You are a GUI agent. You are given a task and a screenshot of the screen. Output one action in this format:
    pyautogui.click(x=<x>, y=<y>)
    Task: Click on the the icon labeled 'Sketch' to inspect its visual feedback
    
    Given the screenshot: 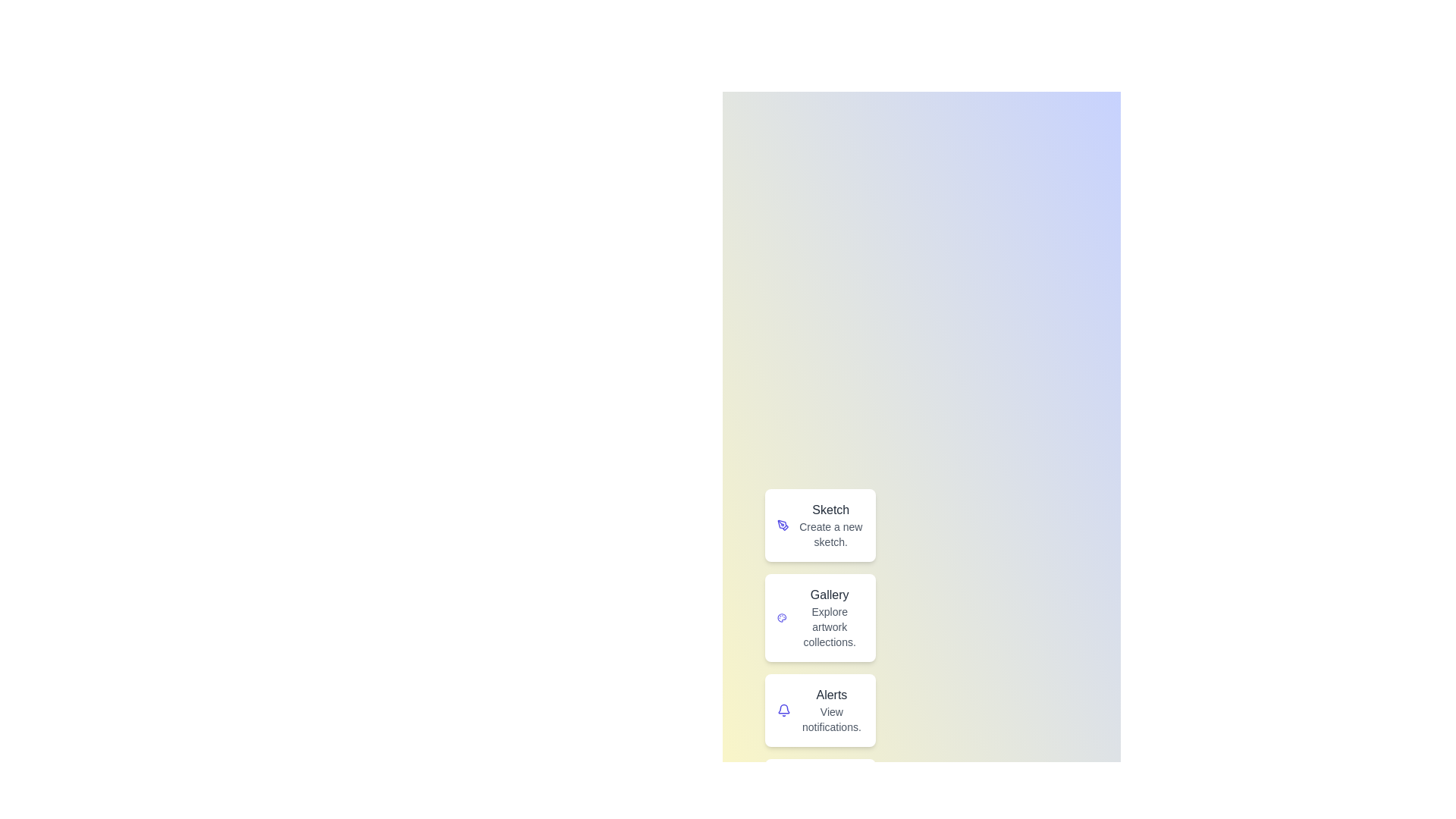 What is the action you would take?
    pyautogui.click(x=783, y=525)
    